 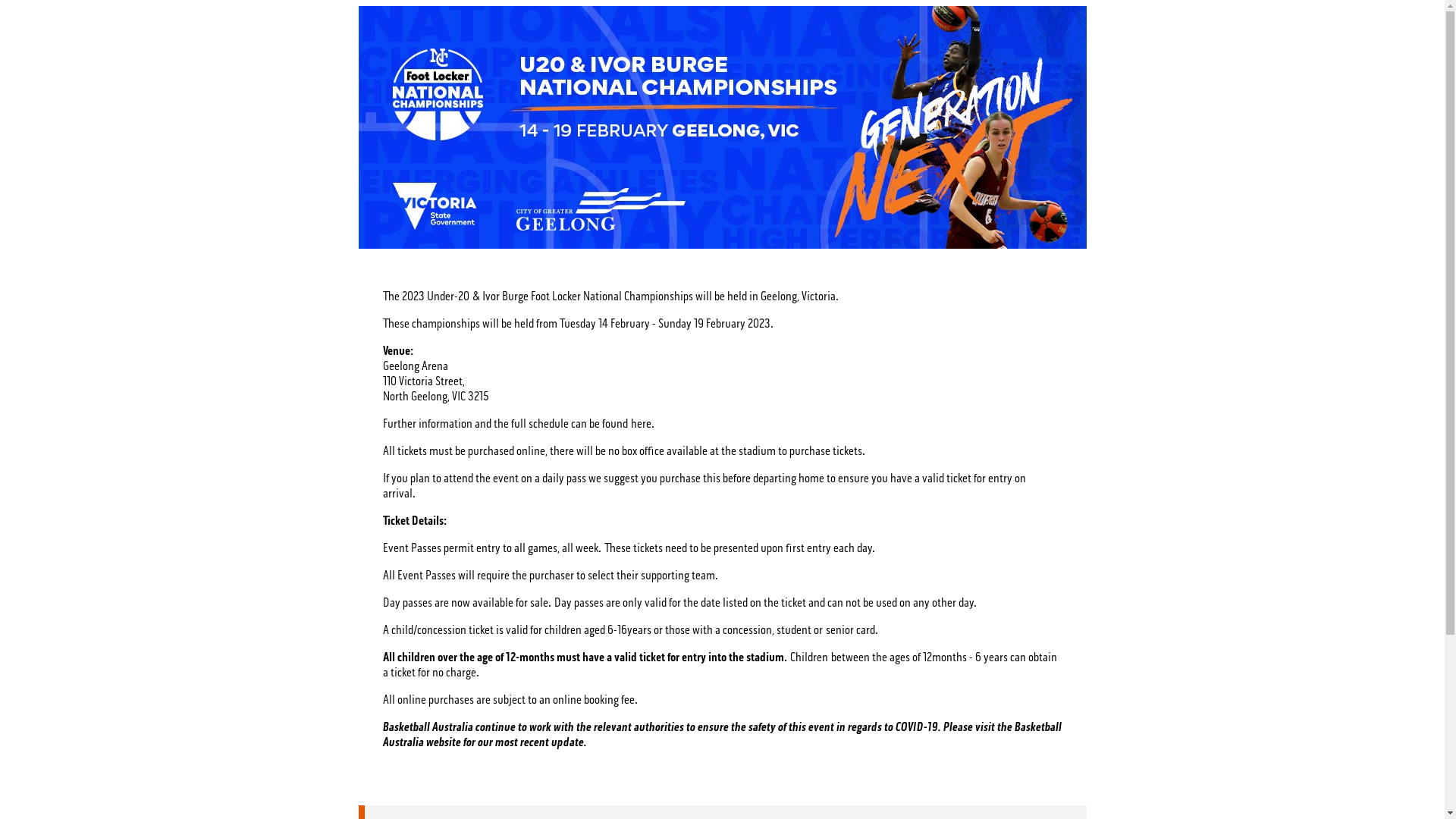 What do you see at coordinates (630, 424) in the screenshot?
I see `'here'` at bounding box center [630, 424].